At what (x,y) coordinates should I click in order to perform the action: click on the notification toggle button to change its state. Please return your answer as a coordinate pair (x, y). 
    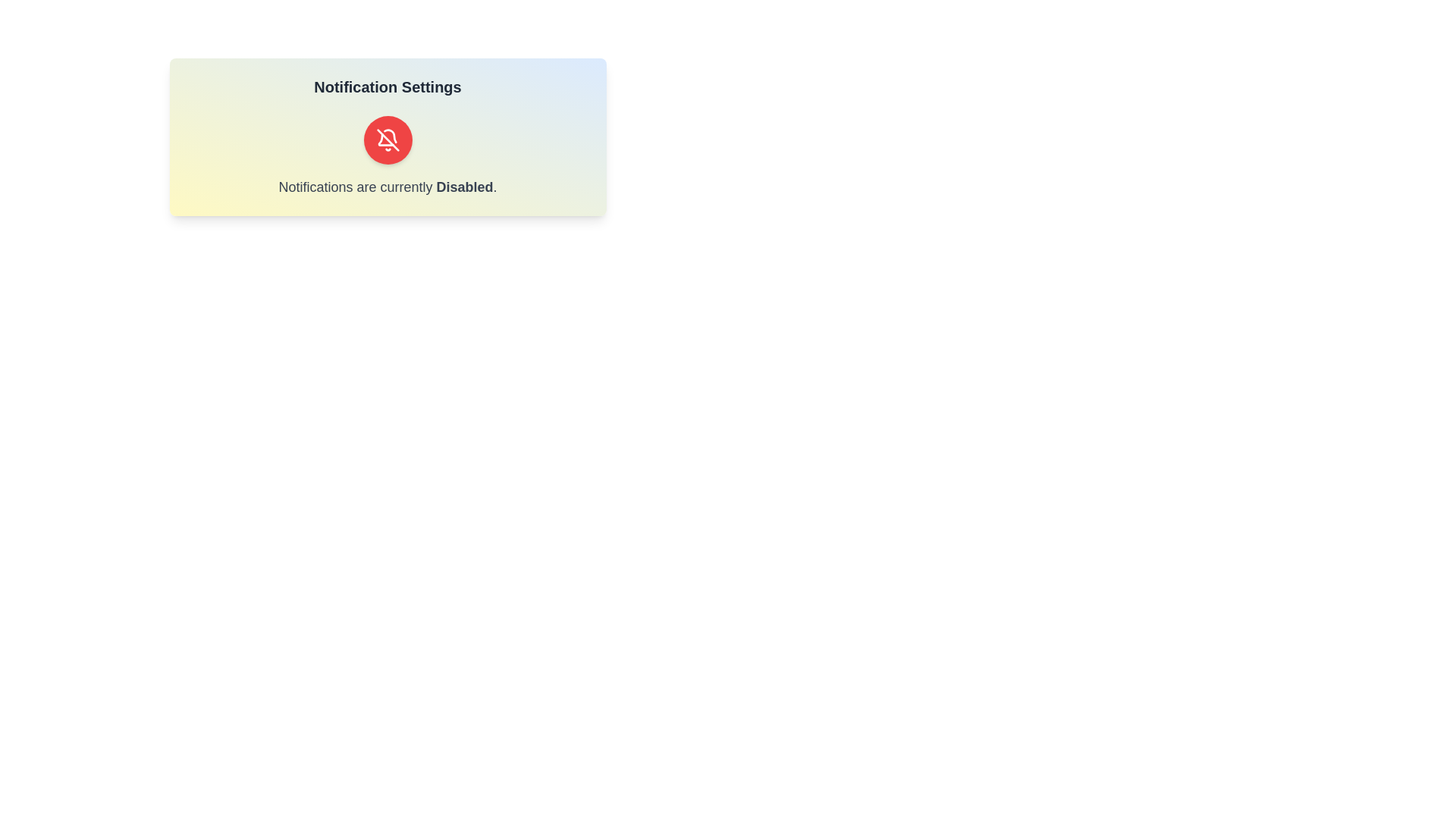
    Looking at the image, I should click on (388, 140).